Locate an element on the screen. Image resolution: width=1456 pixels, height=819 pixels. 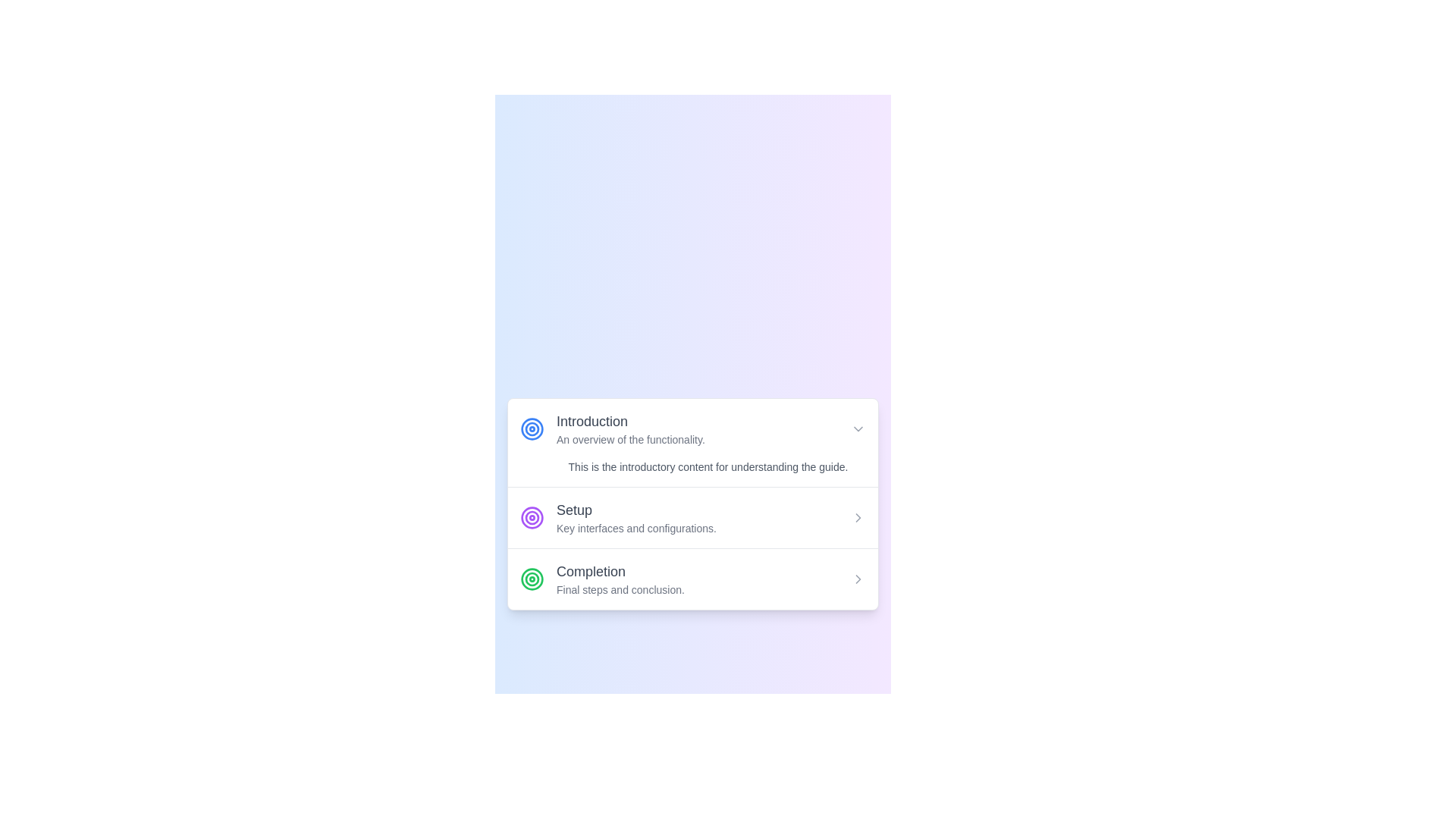
the Text Content Block that provides an overview of the 'Setup' guide section, located between 'Introduction' and 'Completion' with an icon on the left and an arrow on the right is located at coordinates (636, 516).